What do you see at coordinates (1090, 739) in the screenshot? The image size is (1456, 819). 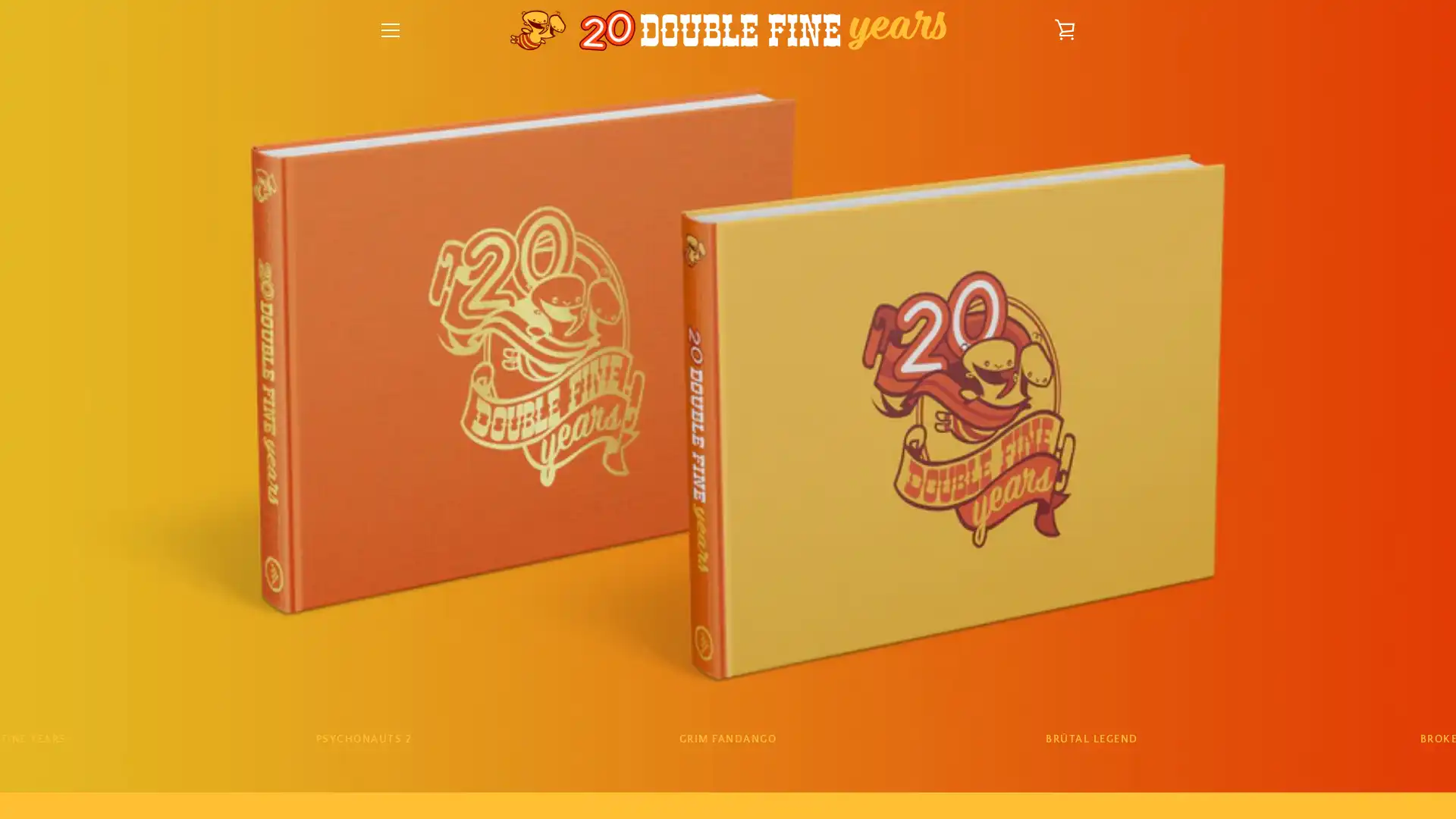 I see `SLIDE 4 BRUTAL LEGEND` at bounding box center [1090, 739].